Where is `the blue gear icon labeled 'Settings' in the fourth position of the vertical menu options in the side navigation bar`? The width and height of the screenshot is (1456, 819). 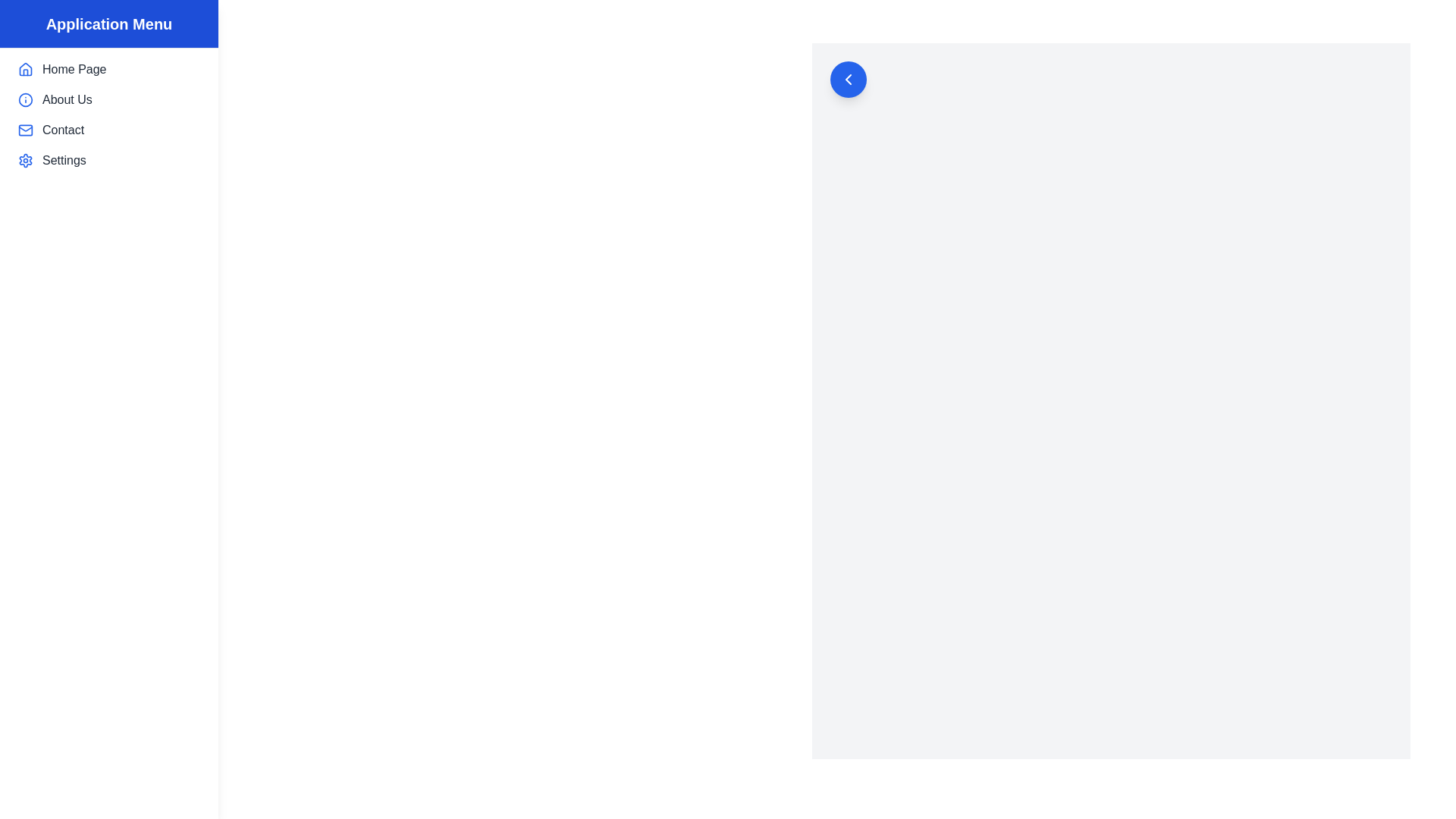 the blue gear icon labeled 'Settings' in the fourth position of the vertical menu options in the side navigation bar is located at coordinates (25, 161).